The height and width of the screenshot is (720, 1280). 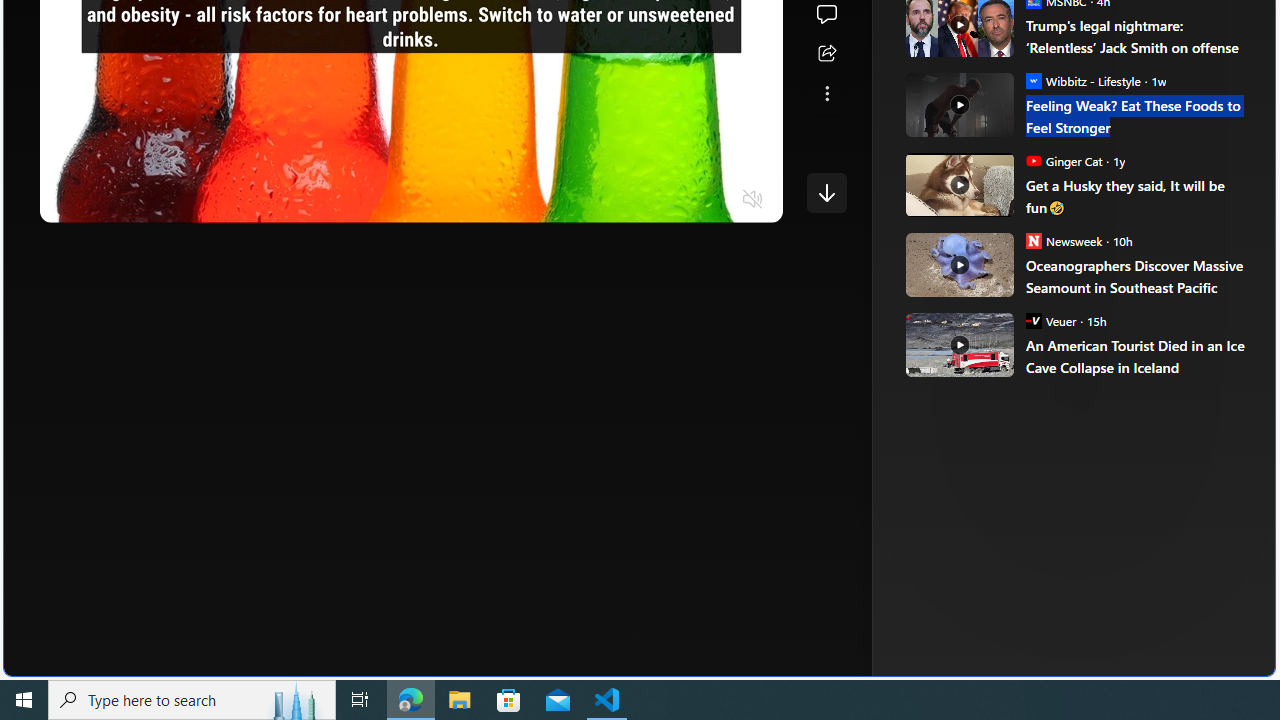 What do you see at coordinates (1063, 159) in the screenshot?
I see `'Ginger Cat Ginger Cat'` at bounding box center [1063, 159].